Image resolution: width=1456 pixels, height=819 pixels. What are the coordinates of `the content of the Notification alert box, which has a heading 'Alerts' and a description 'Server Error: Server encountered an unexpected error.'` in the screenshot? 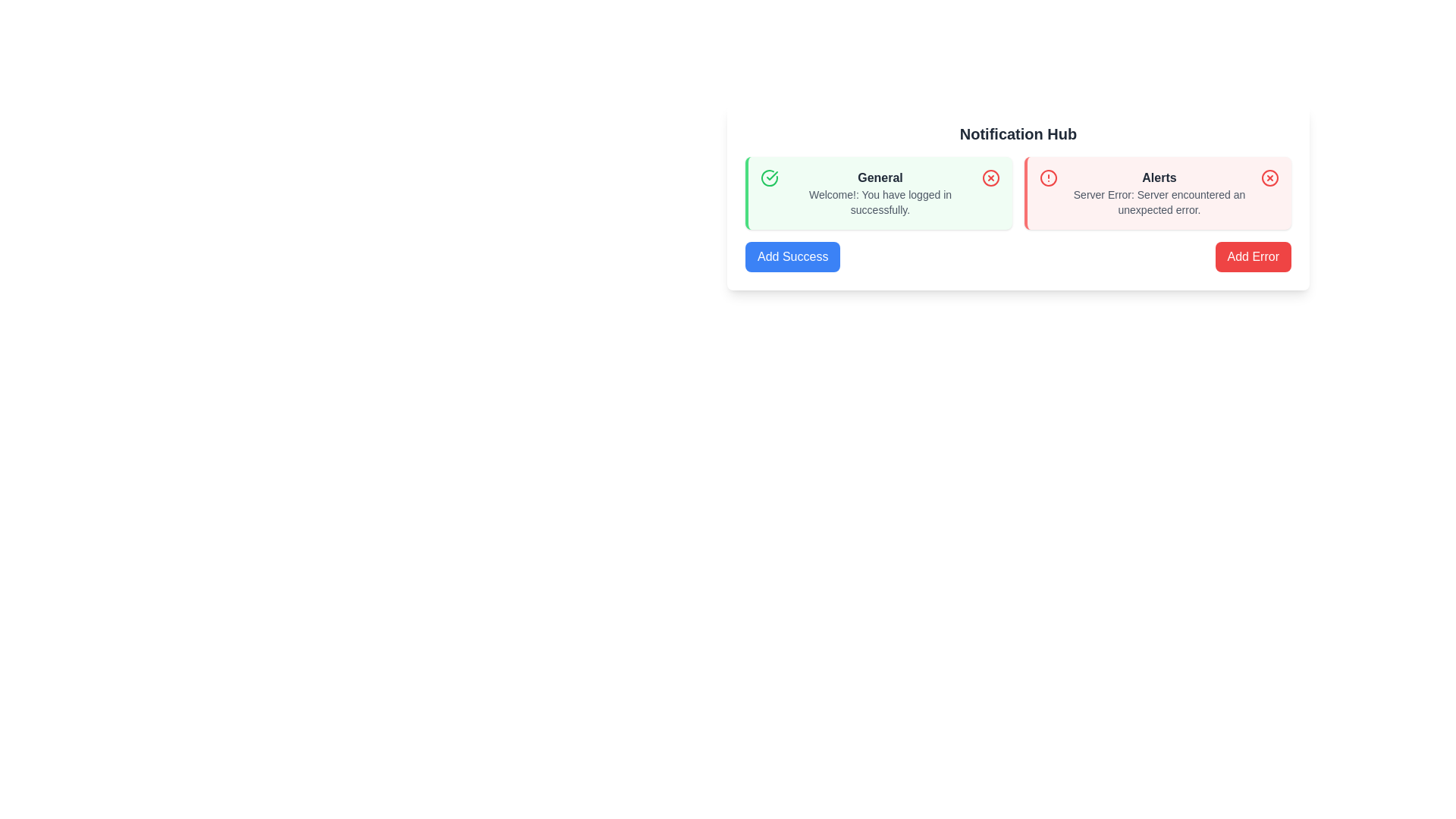 It's located at (1159, 192).